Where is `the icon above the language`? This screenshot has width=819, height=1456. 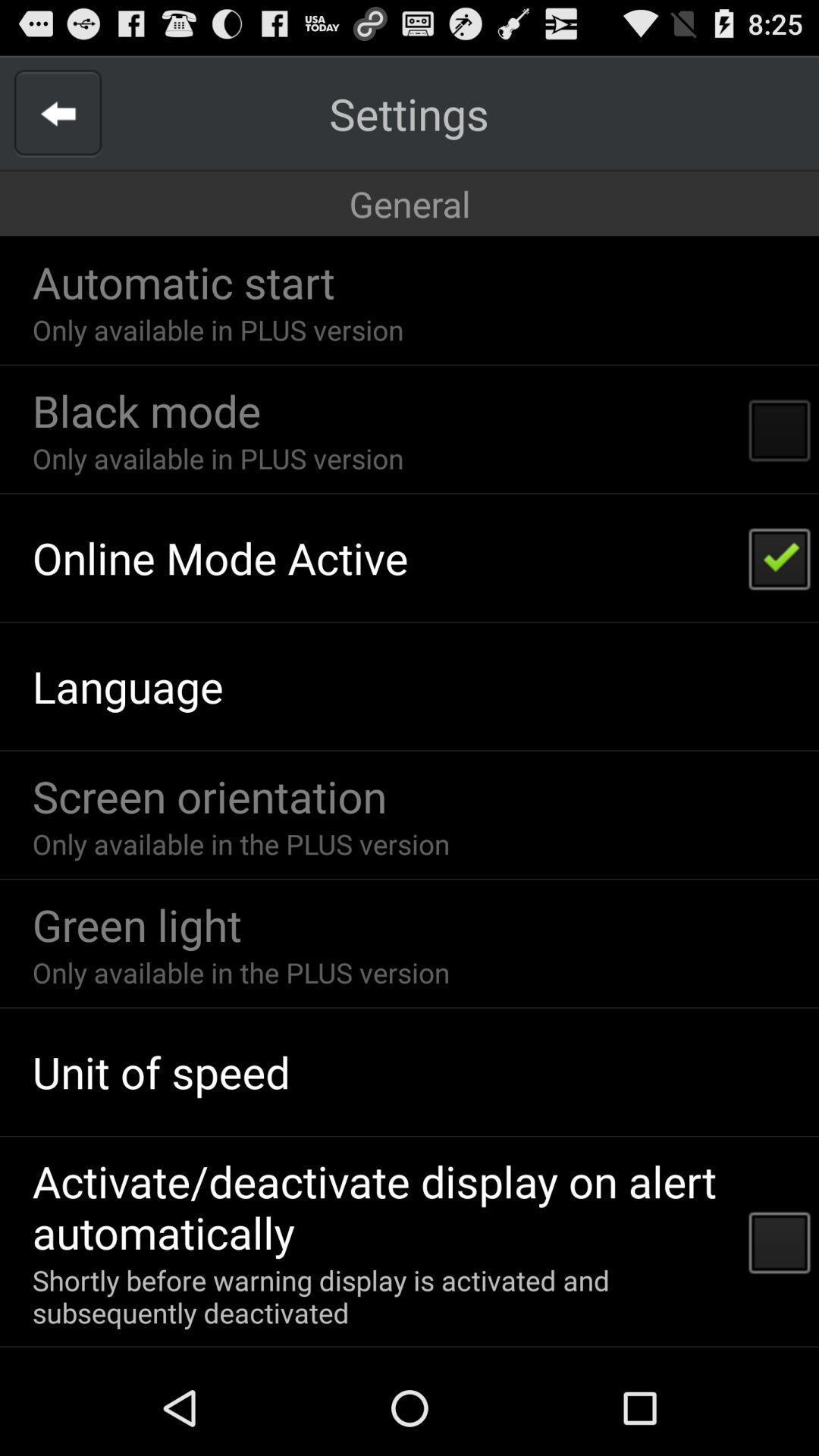
the icon above the language is located at coordinates (220, 557).